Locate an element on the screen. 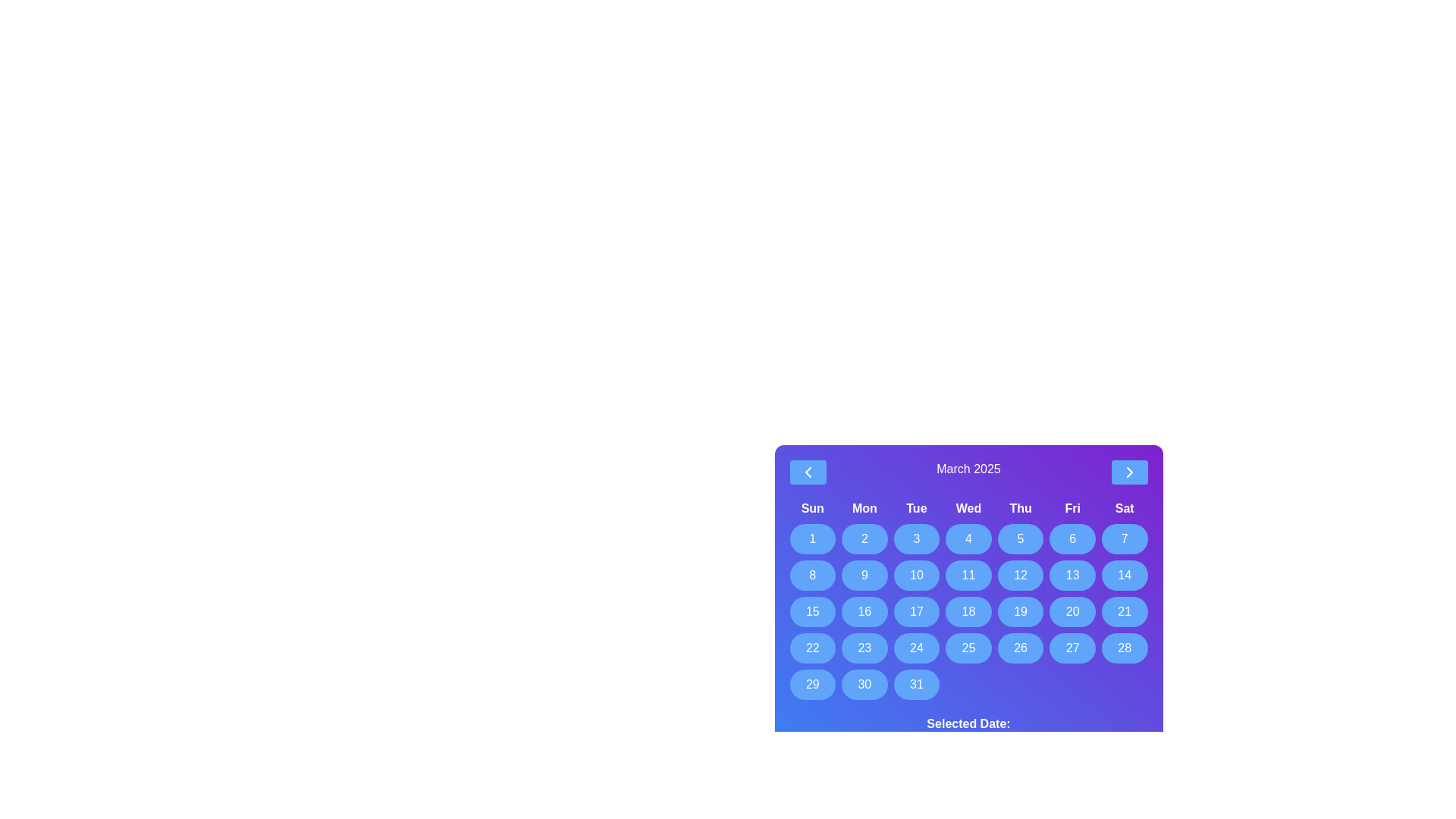 This screenshot has width=1456, height=819. the circular button displaying '21' in white text on a blue background, located under 'Sat' in the last column of the fourth row in the calendar interface is located at coordinates (1125, 610).